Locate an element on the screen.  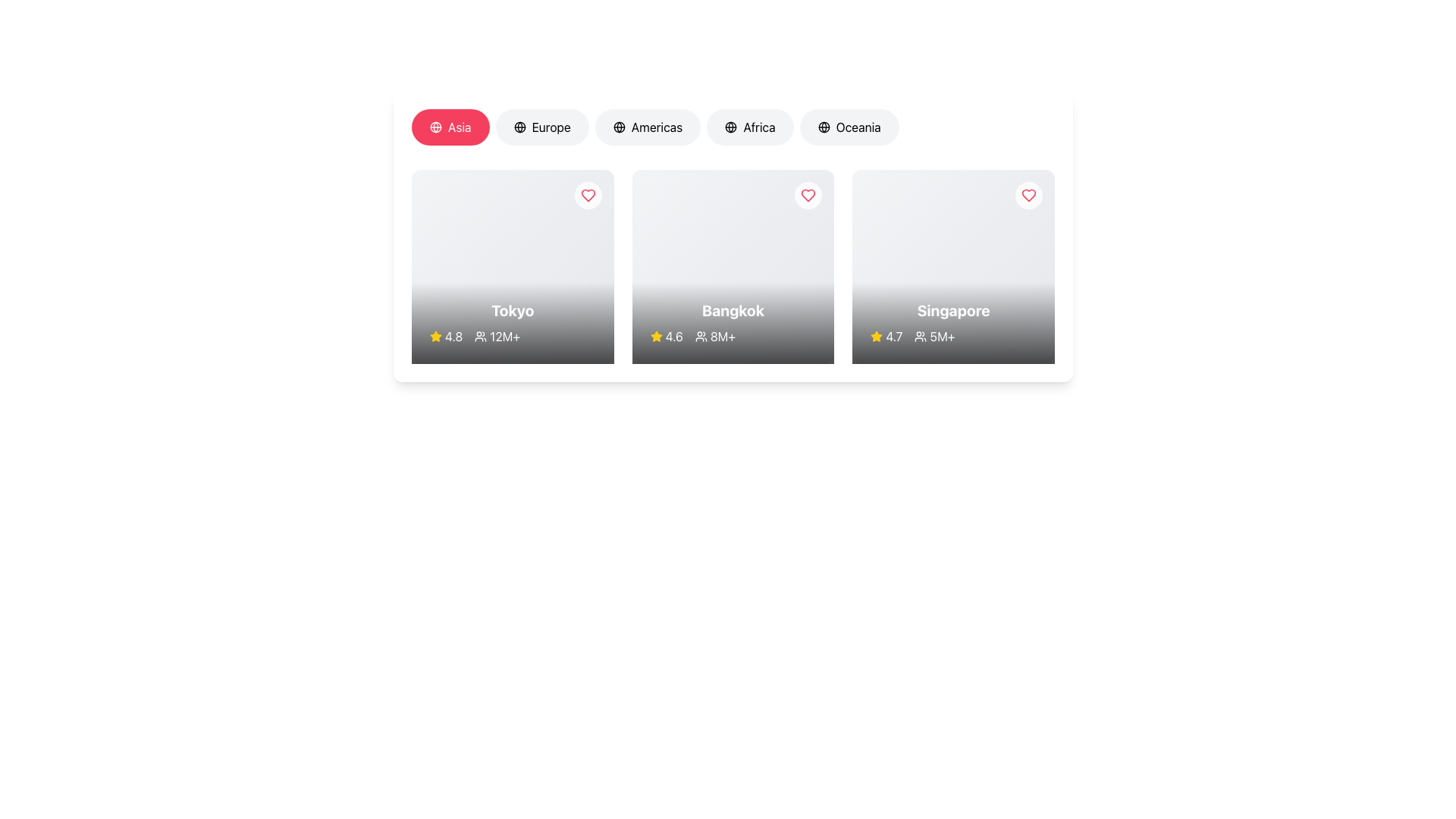
the 'Africa' text label within its button is located at coordinates (759, 127).